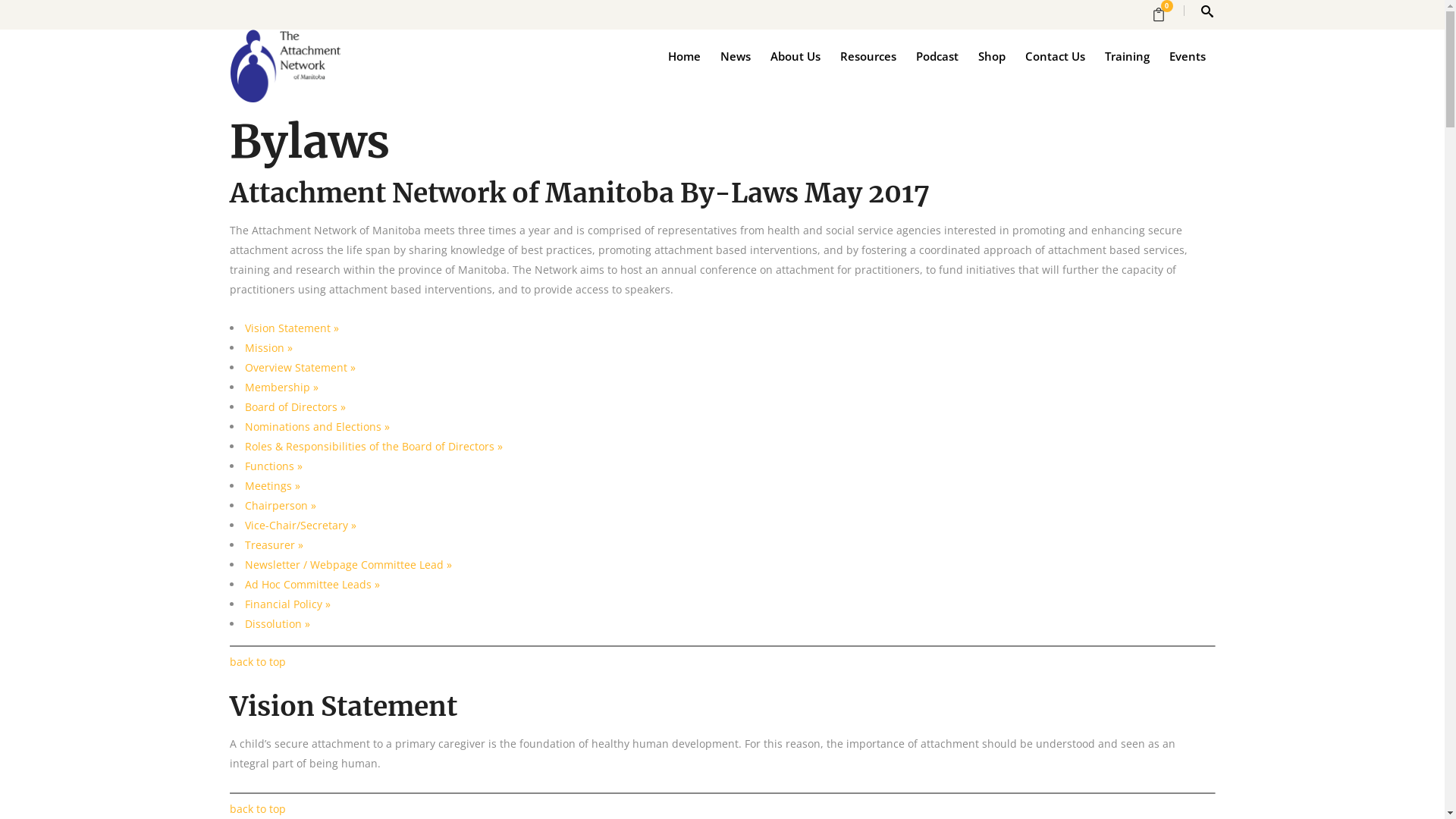 This screenshot has width=1456, height=819. I want to click on '0', so click(1163, 14).